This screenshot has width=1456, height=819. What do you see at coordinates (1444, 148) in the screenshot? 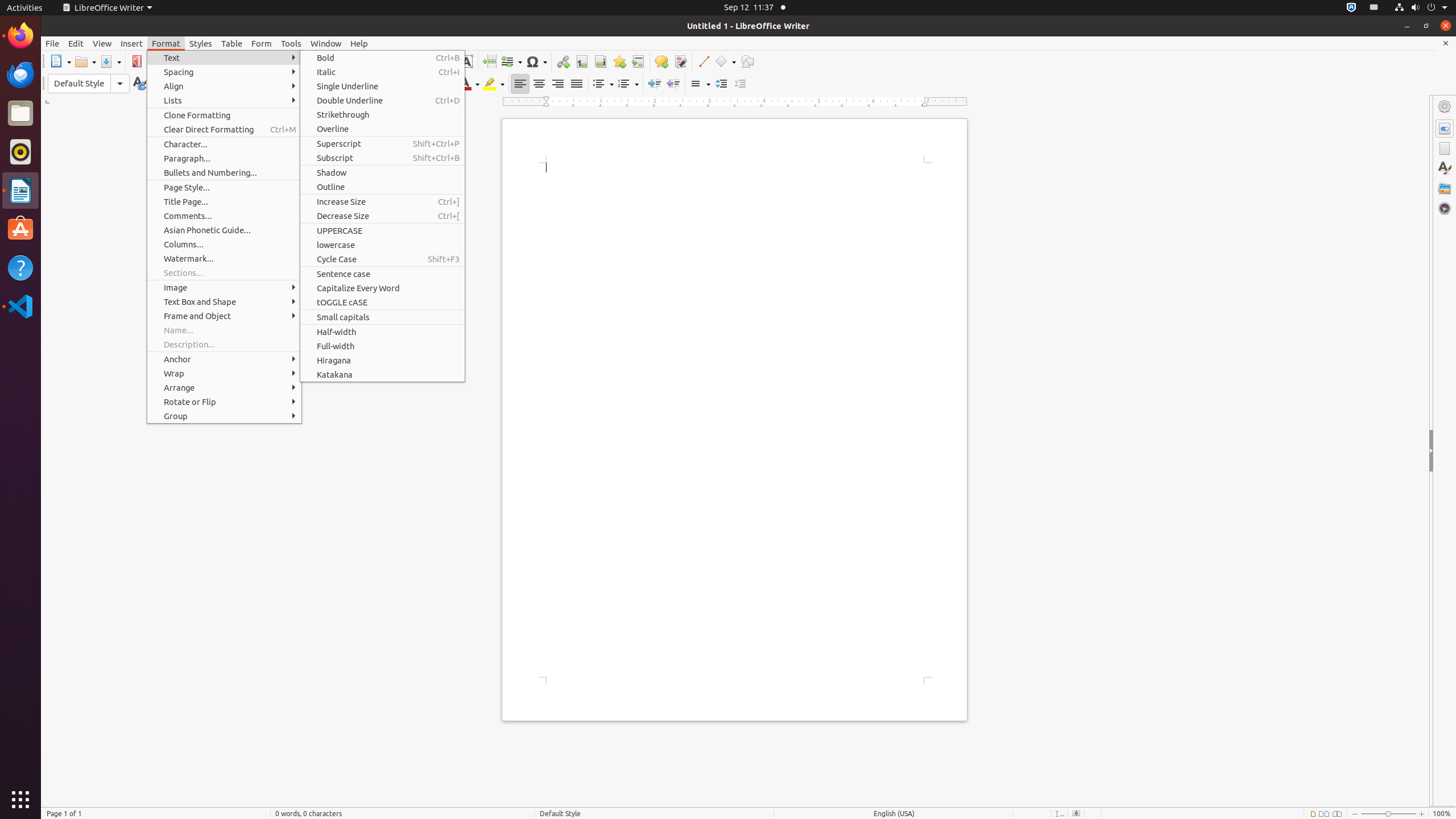
I see `'Page'` at bounding box center [1444, 148].